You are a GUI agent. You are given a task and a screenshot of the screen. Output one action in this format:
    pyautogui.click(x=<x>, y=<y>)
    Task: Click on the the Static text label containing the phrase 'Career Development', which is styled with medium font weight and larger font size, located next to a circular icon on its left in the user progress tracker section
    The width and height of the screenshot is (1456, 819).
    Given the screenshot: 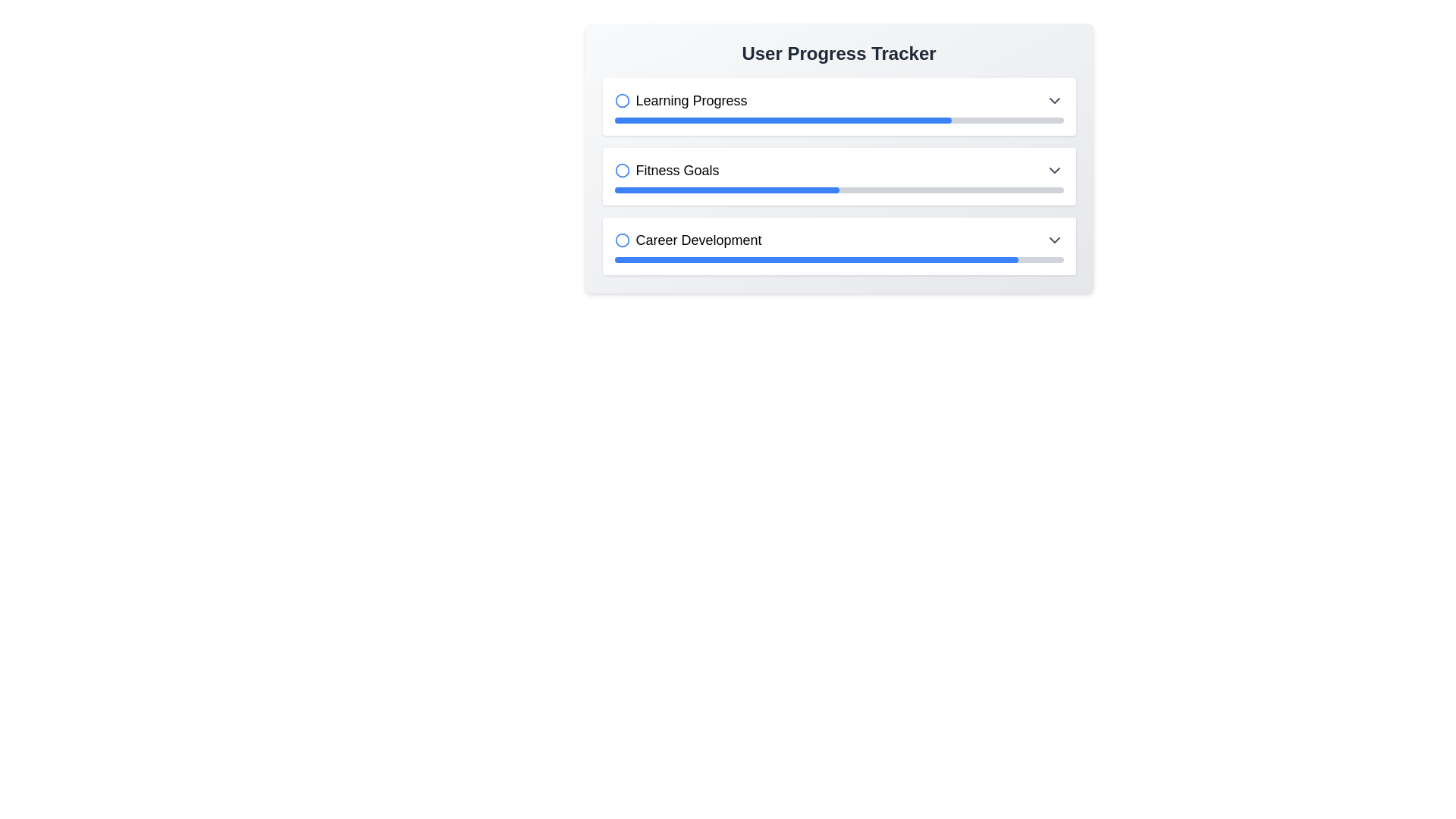 What is the action you would take?
    pyautogui.click(x=698, y=239)
    